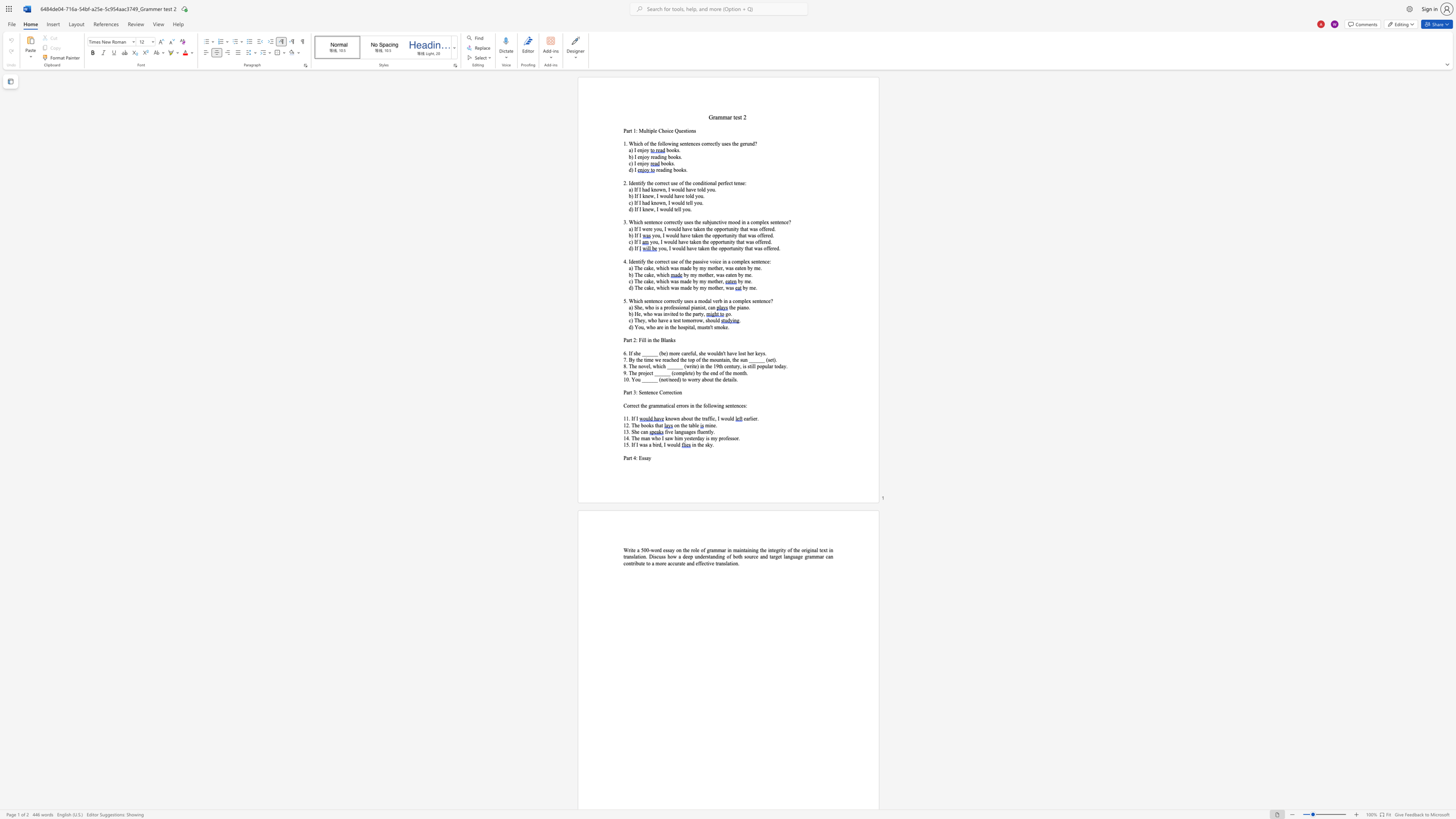 The width and height of the screenshot is (1456, 819). Describe the element at coordinates (670, 301) in the screenshot. I see `the subset text "rec" within the text "5. Which sentence correctly uses a modal verb in a complex sentence?"` at that location.